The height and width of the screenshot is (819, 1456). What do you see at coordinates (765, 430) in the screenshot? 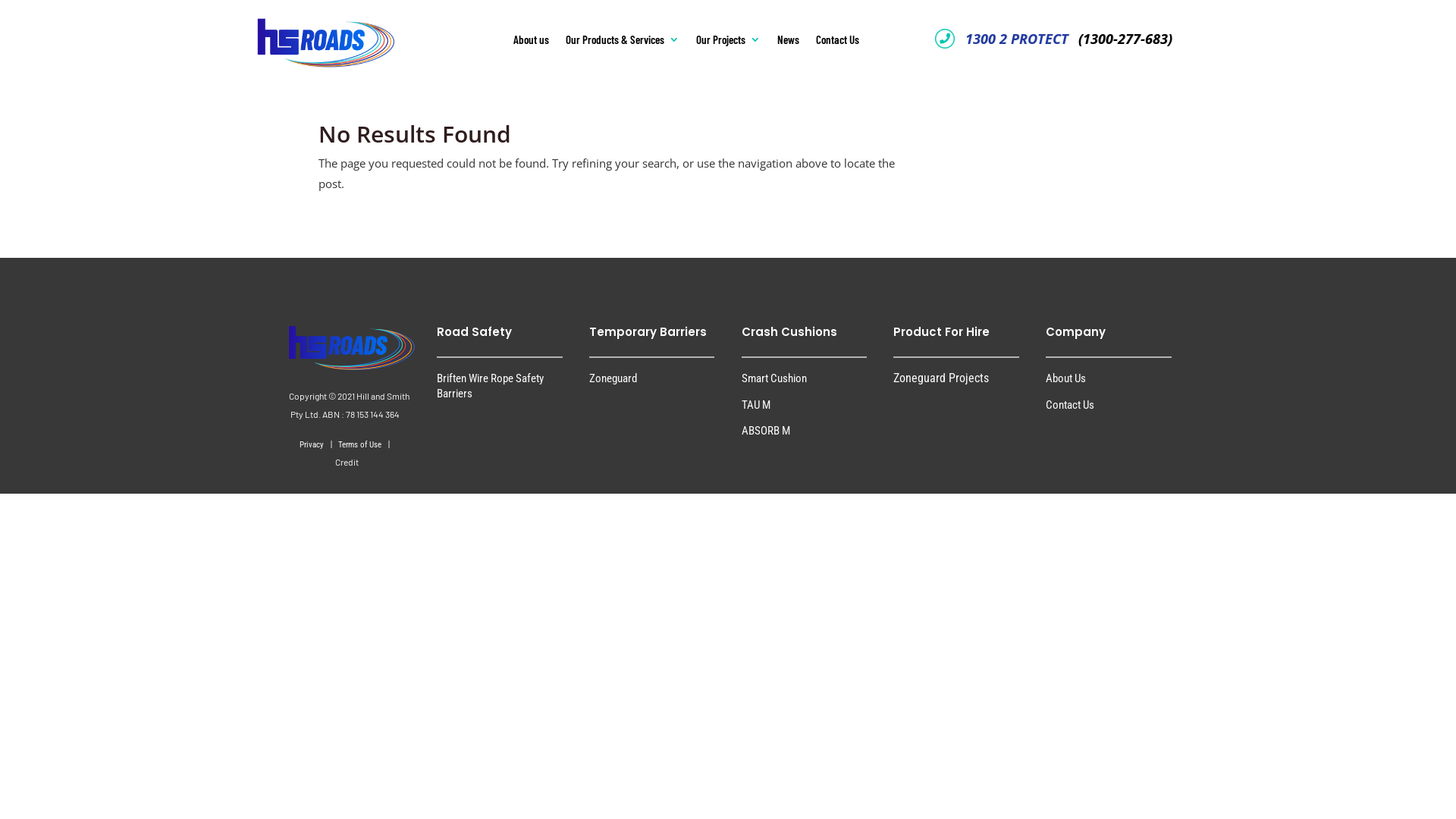
I see `'ABSORB M'` at bounding box center [765, 430].